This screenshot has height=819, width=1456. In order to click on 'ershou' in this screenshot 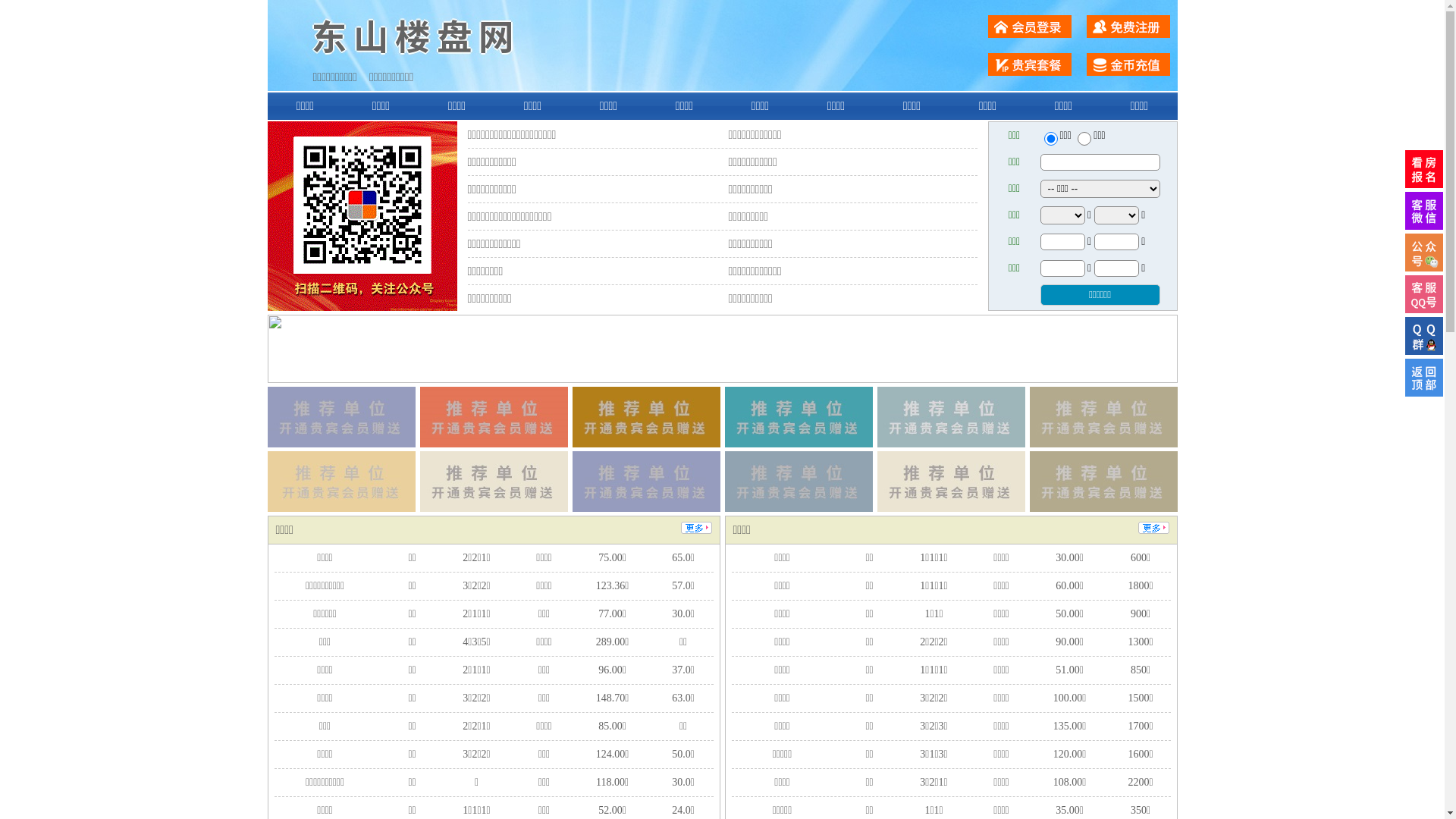, I will do `click(1050, 138)`.